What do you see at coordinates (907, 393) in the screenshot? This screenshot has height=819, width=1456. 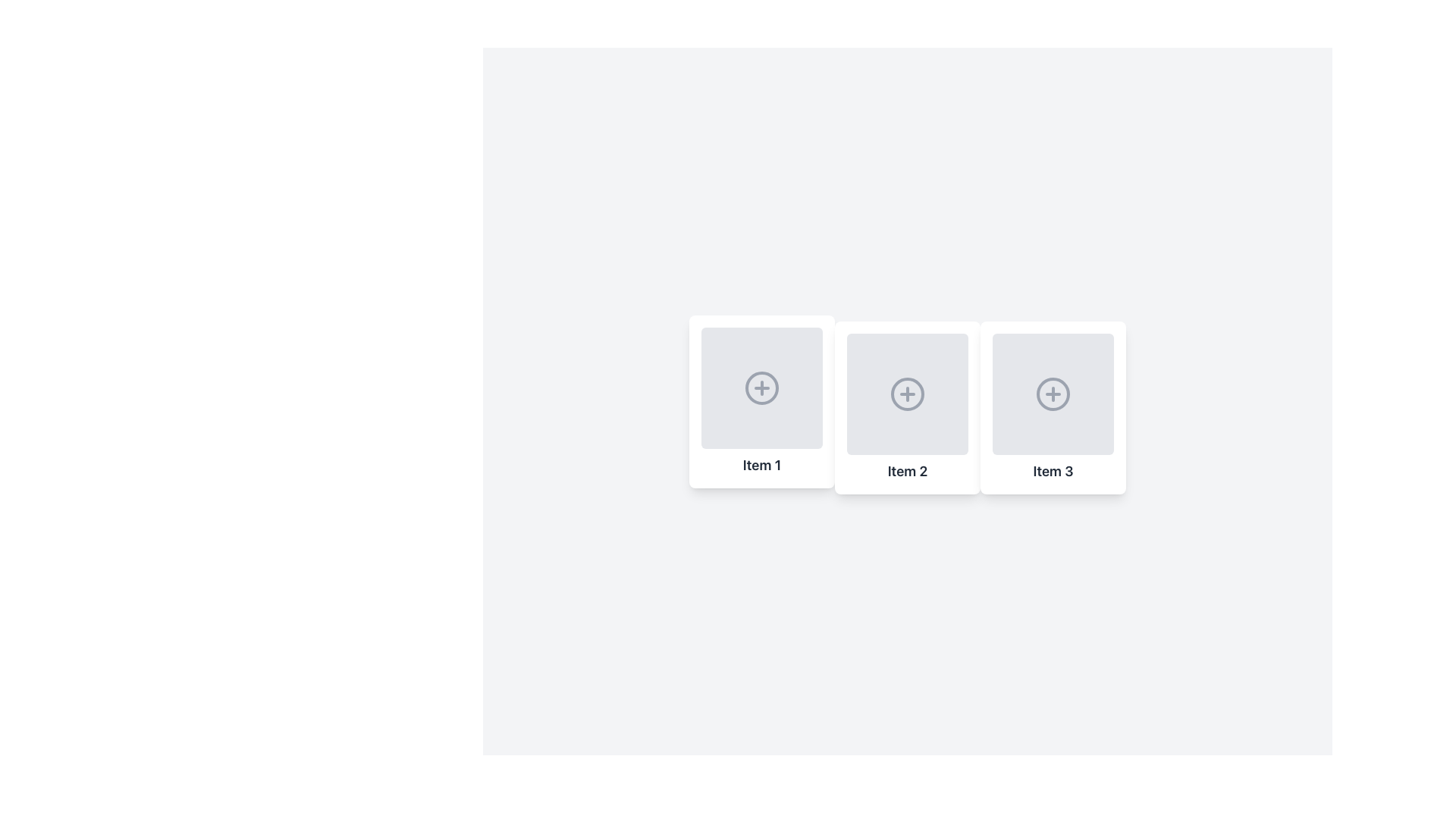 I see `the circular add button with a centered plus sign located in the middle card labeled 'Item 2'` at bounding box center [907, 393].